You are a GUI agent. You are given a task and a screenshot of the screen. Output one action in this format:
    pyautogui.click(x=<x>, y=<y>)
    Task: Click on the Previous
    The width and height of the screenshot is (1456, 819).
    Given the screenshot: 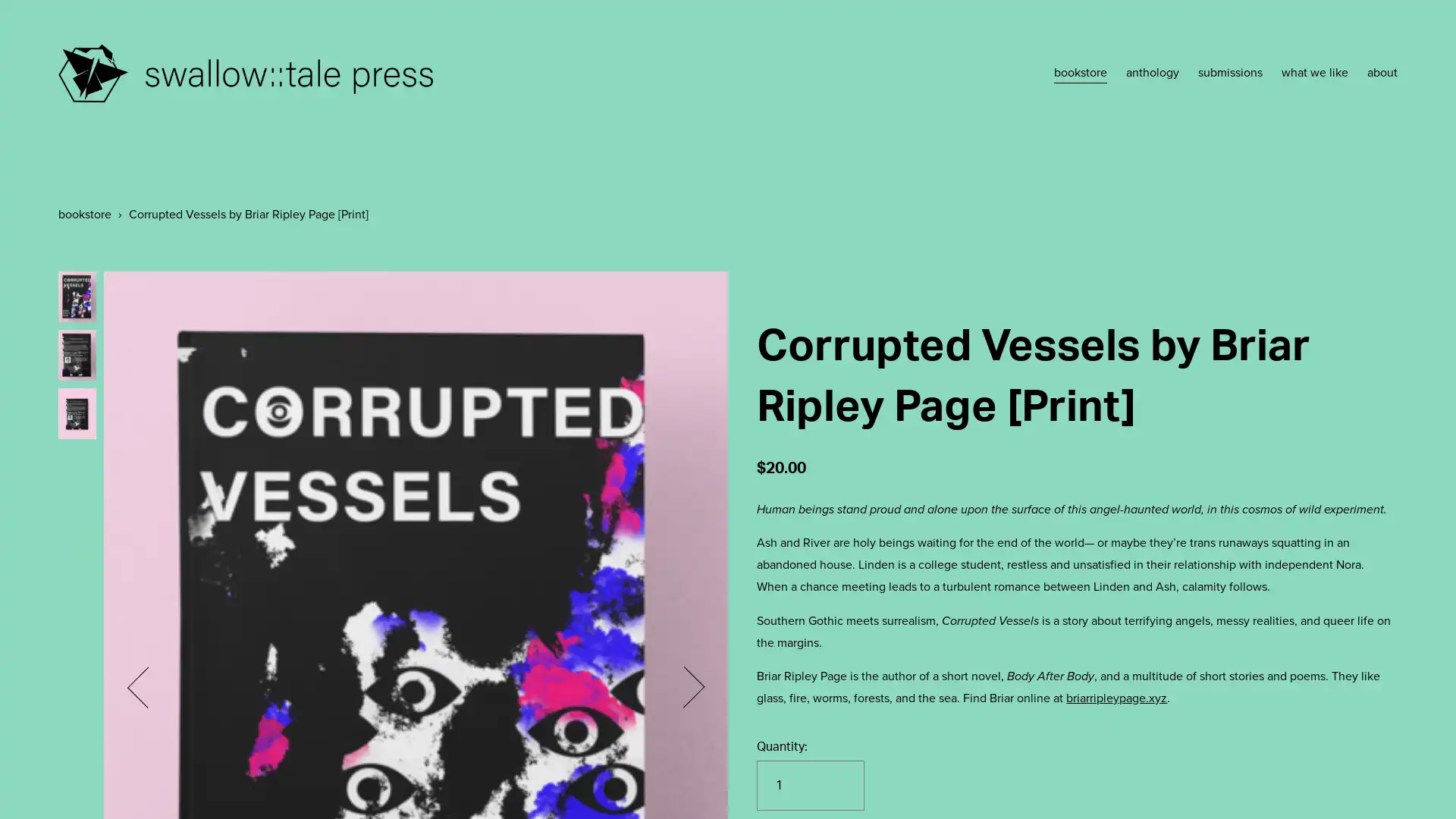 What is the action you would take?
    pyautogui.click(x=146, y=687)
    